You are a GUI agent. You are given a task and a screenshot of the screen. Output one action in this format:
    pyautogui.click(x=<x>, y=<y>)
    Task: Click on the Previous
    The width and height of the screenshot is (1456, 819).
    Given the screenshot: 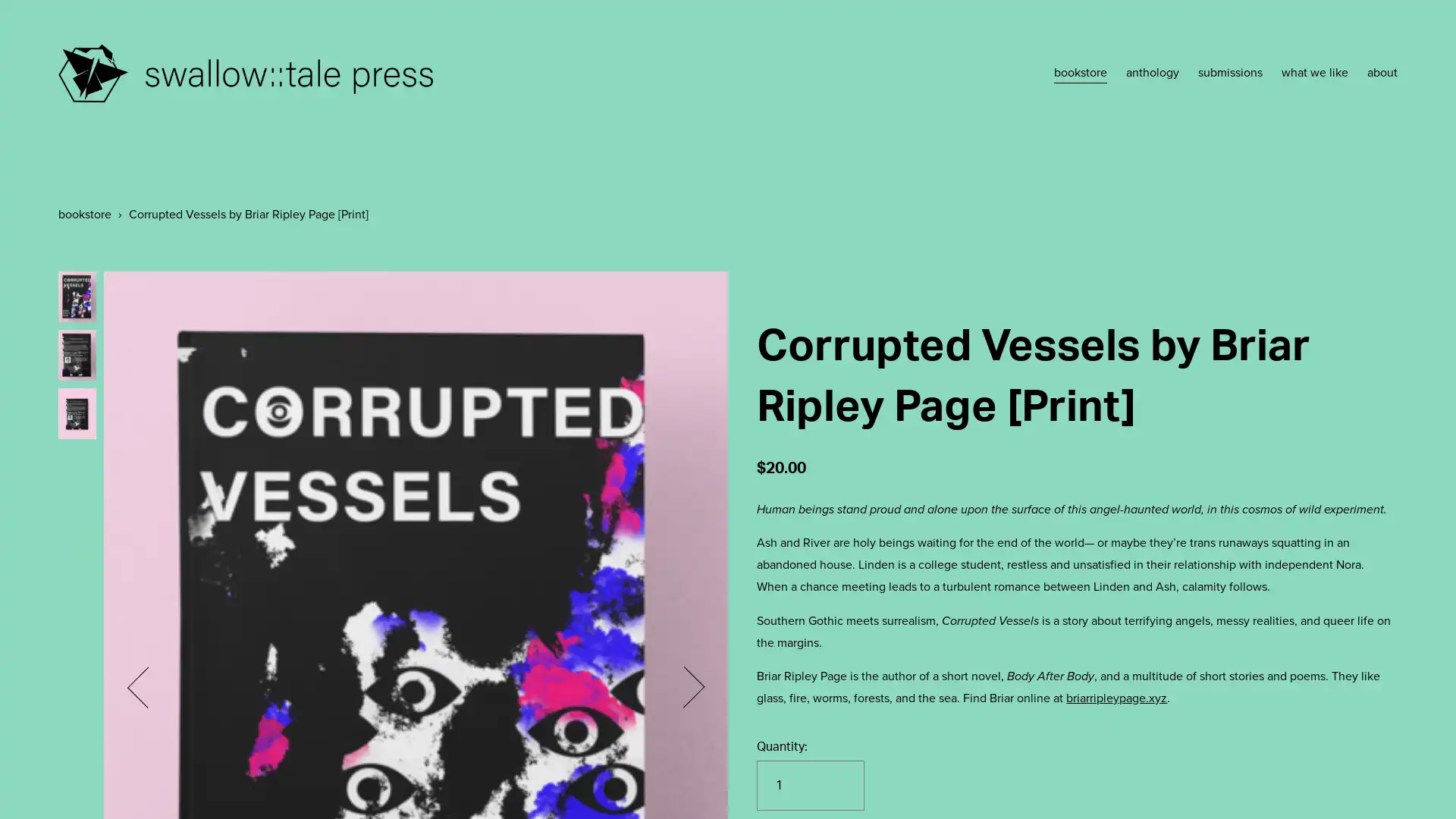 What is the action you would take?
    pyautogui.click(x=146, y=687)
    